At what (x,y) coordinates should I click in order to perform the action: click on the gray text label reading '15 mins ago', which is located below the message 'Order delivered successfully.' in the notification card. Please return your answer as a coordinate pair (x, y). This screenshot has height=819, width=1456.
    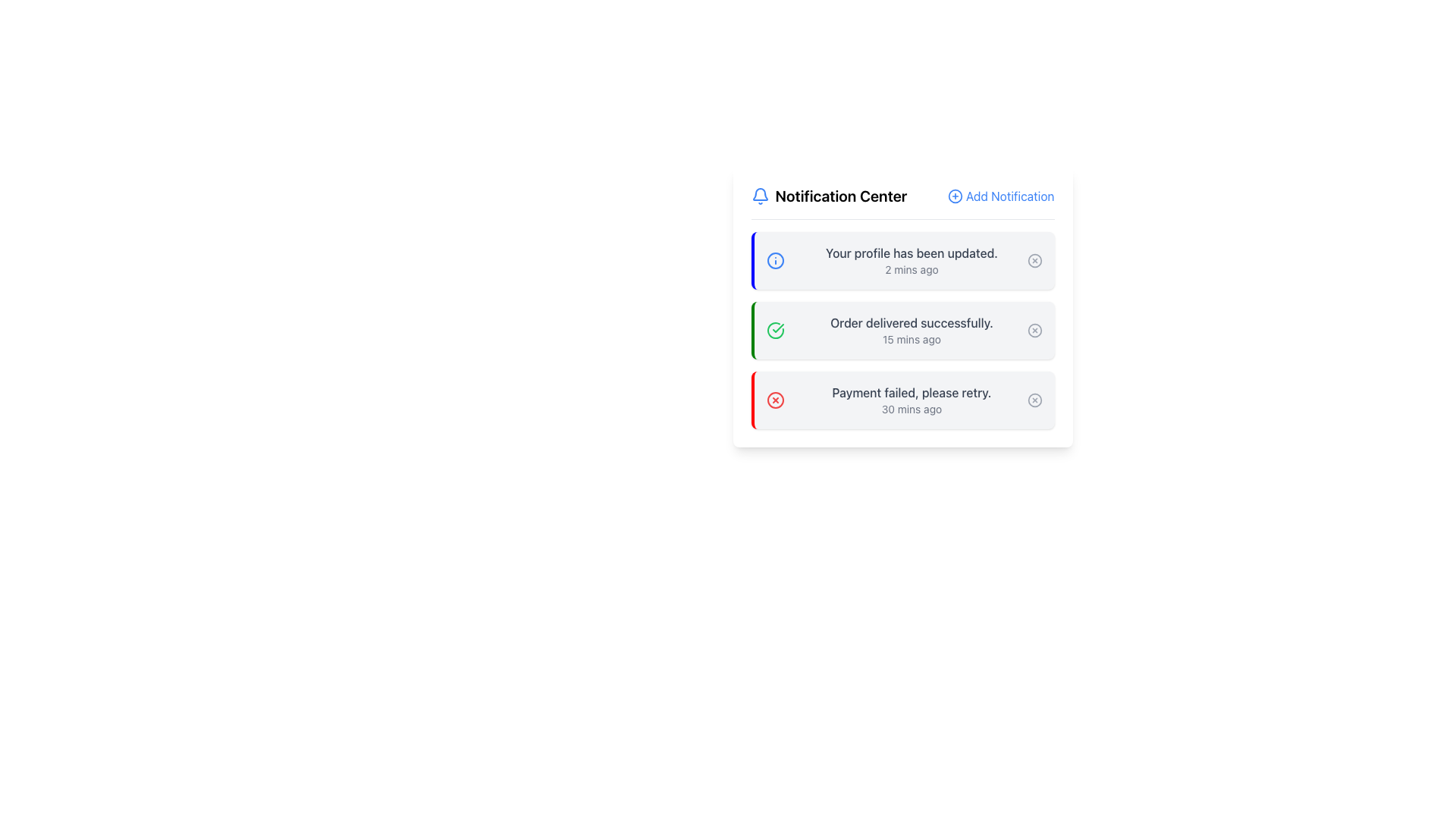
    Looking at the image, I should click on (911, 338).